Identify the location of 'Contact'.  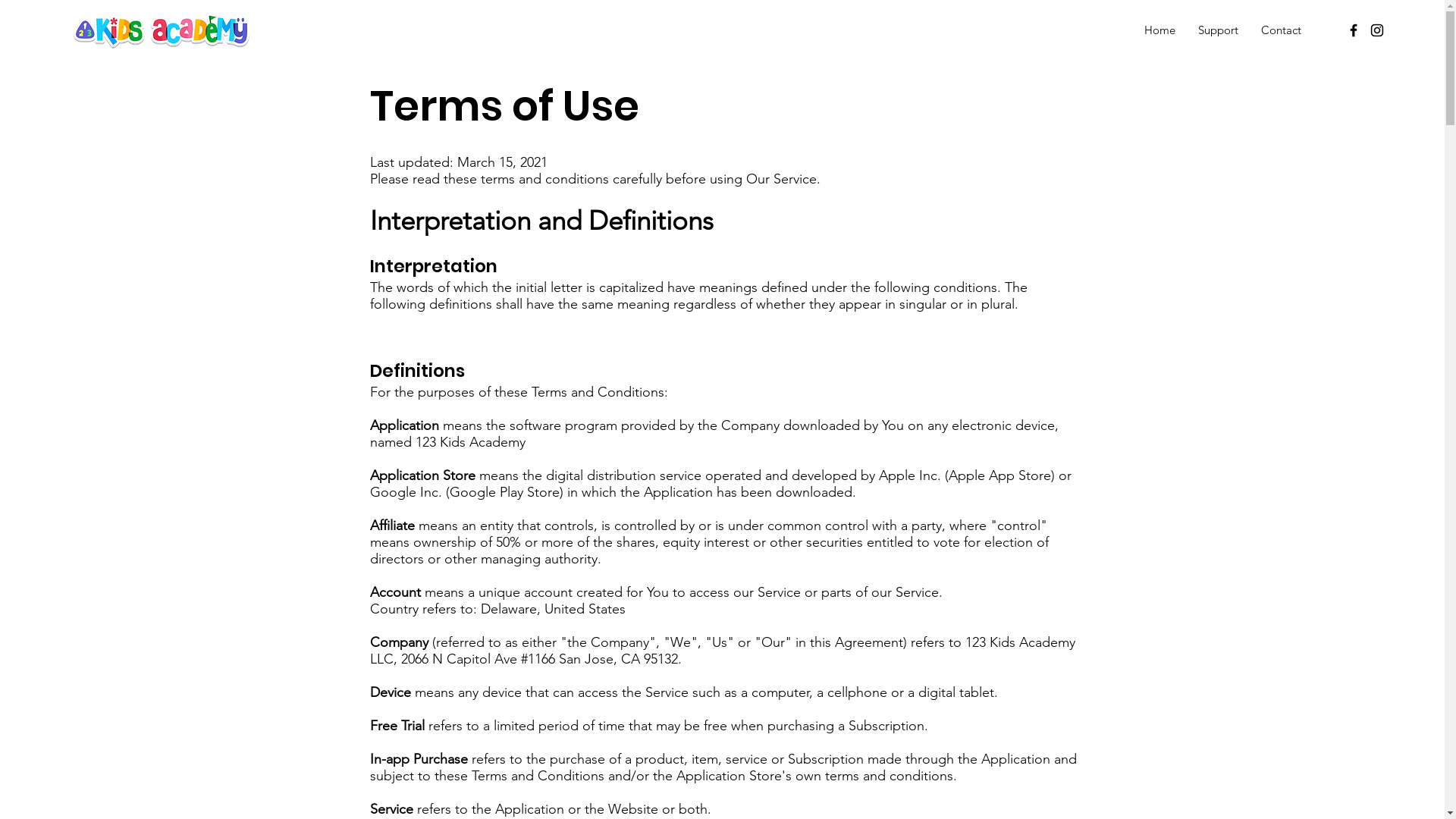
(1280, 30).